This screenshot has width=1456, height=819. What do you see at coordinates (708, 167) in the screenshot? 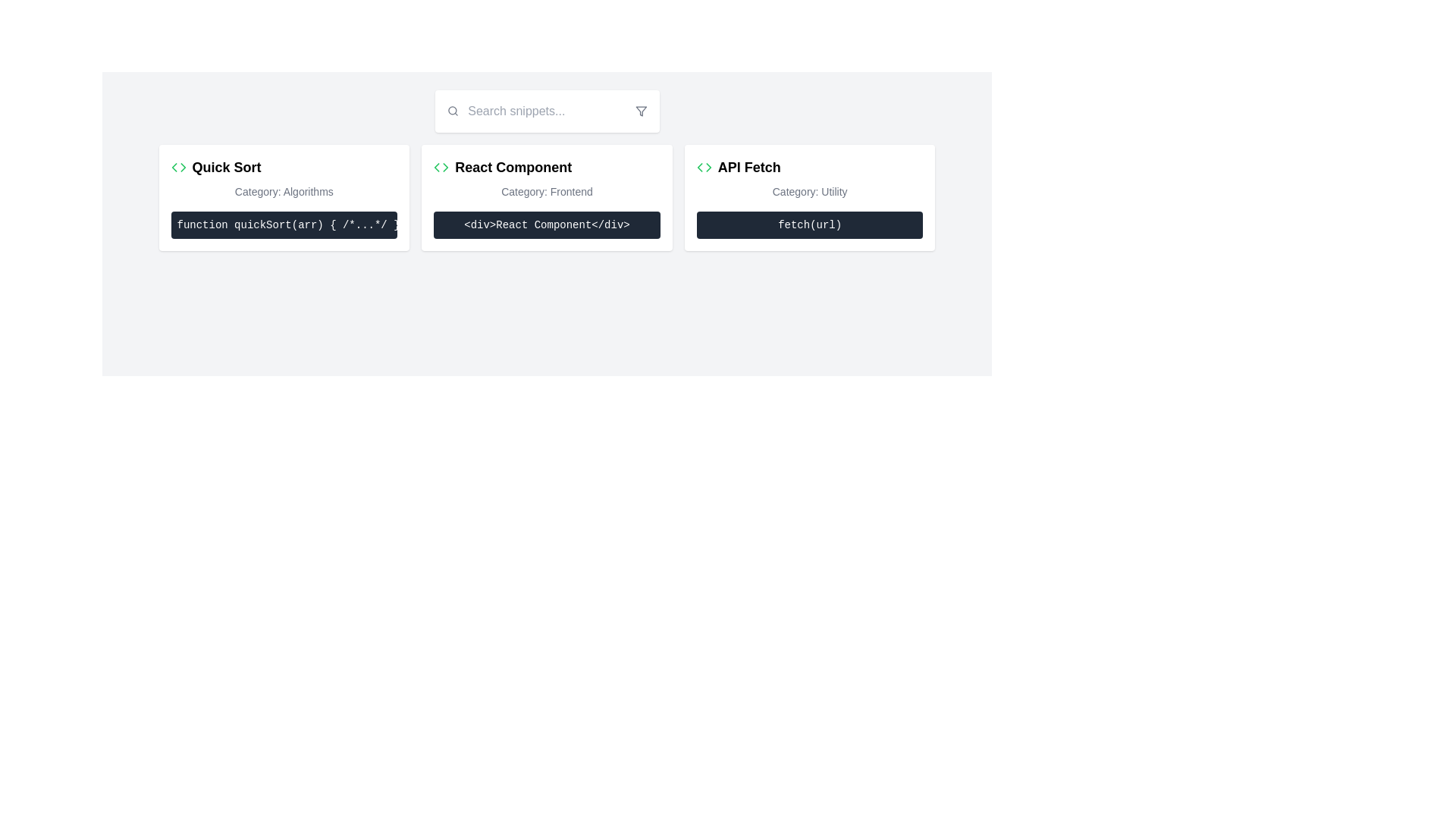
I see `triangular icon component located to the right of the 'Quick Sort' text in the 'Quick Sort' section of the interface` at bounding box center [708, 167].